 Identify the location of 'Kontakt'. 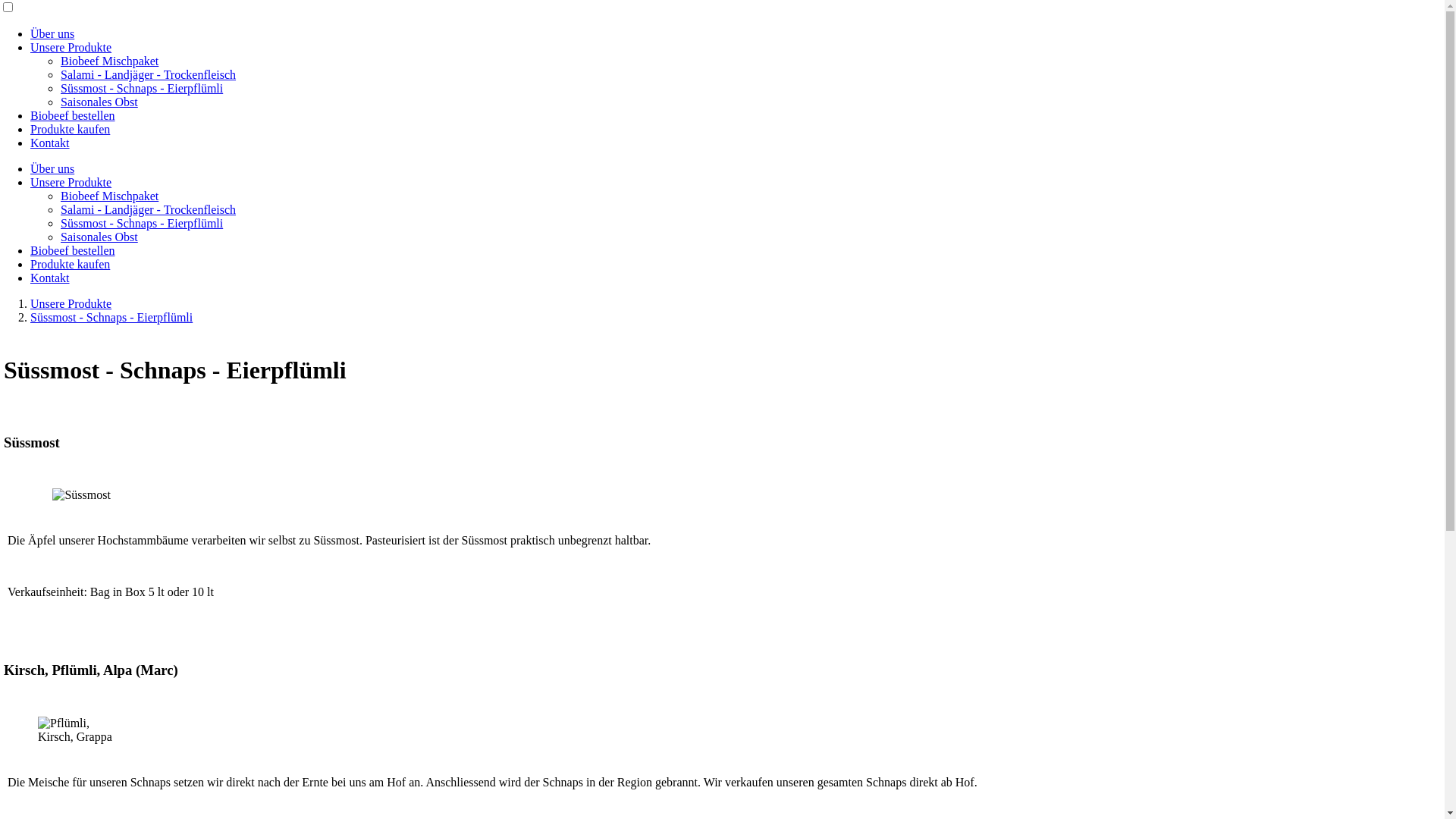
(50, 143).